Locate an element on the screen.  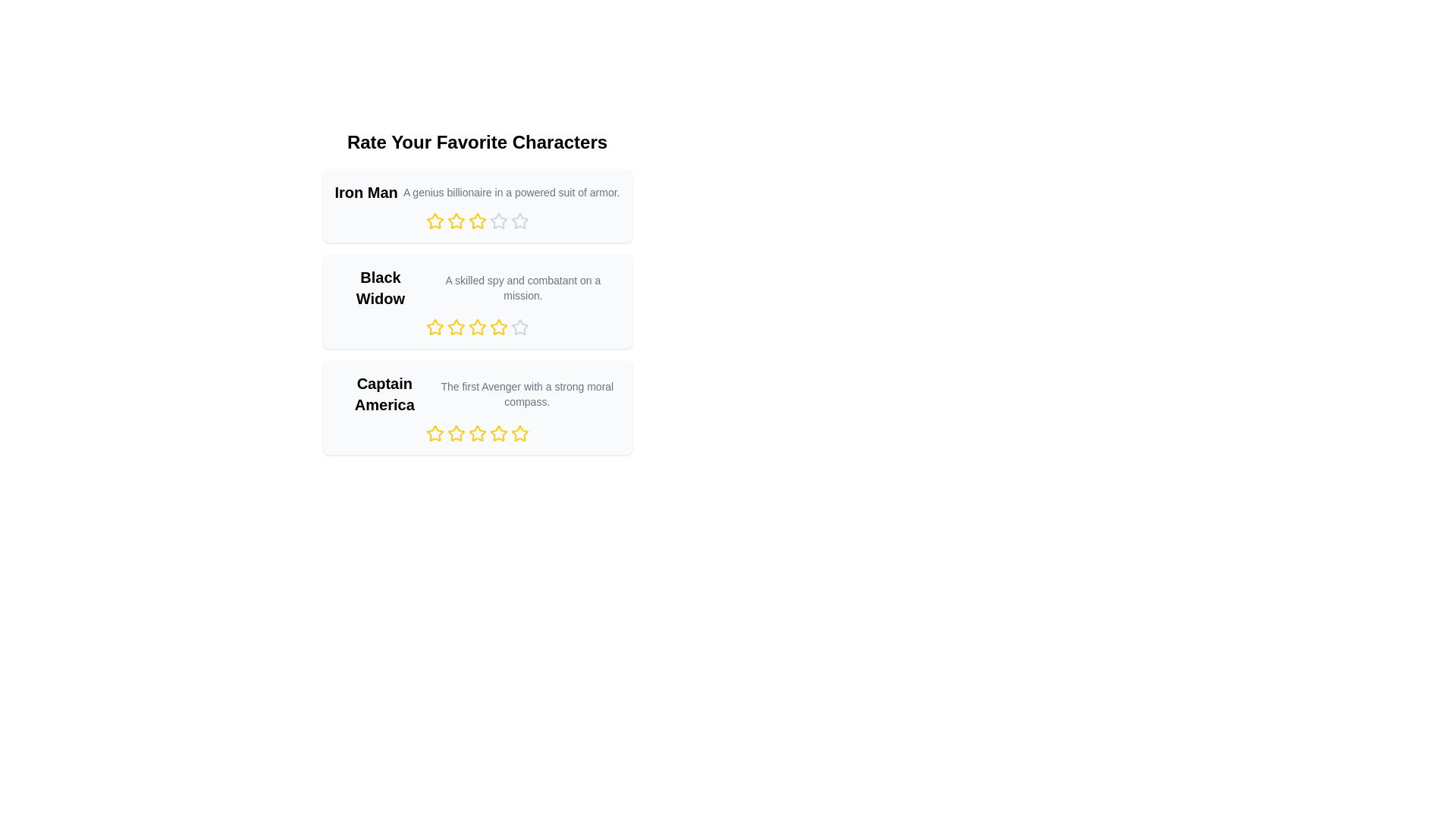
the fourth star icon (gray, unselected) in the rating scale for the 'Iron Man' row is located at coordinates (498, 221).